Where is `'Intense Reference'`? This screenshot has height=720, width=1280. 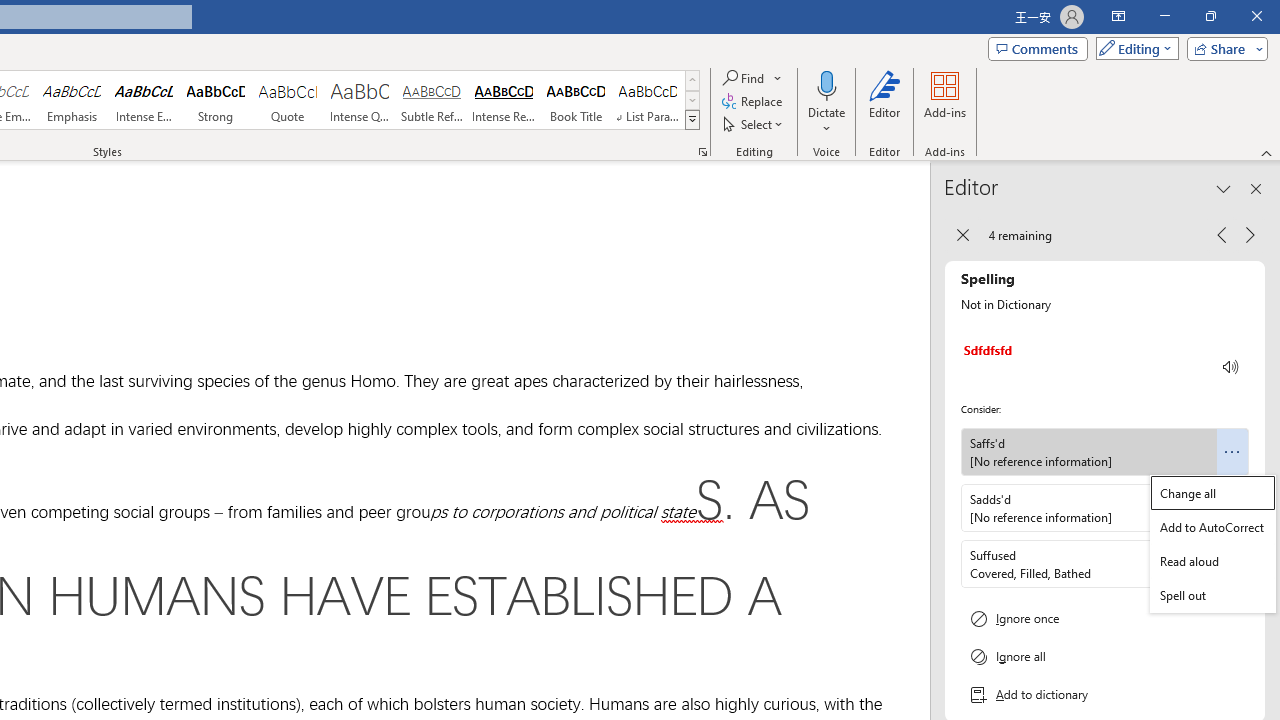
'Intense Reference' is located at coordinates (504, 100).